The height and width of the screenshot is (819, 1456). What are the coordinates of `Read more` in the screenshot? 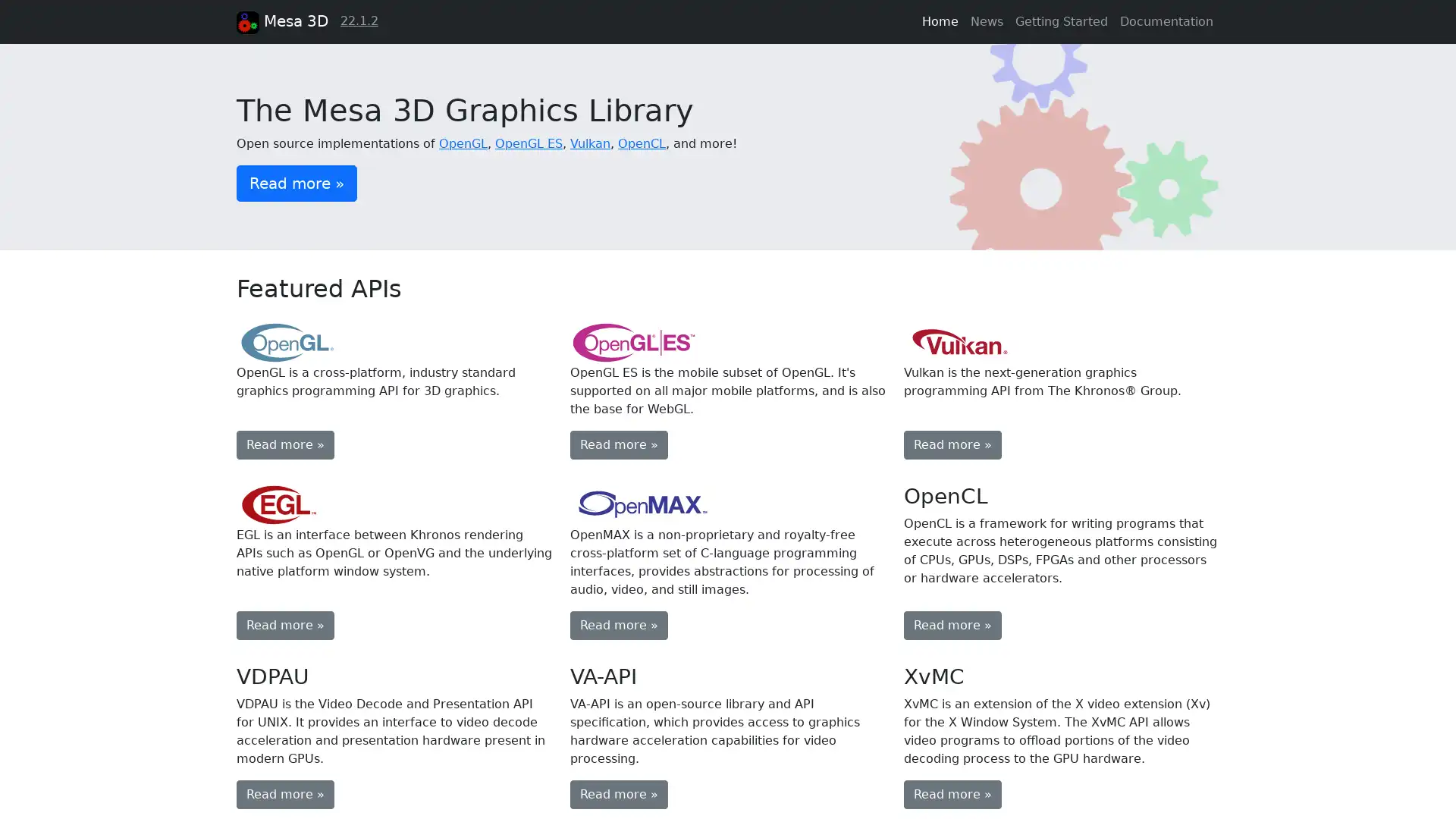 It's located at (619, 625).